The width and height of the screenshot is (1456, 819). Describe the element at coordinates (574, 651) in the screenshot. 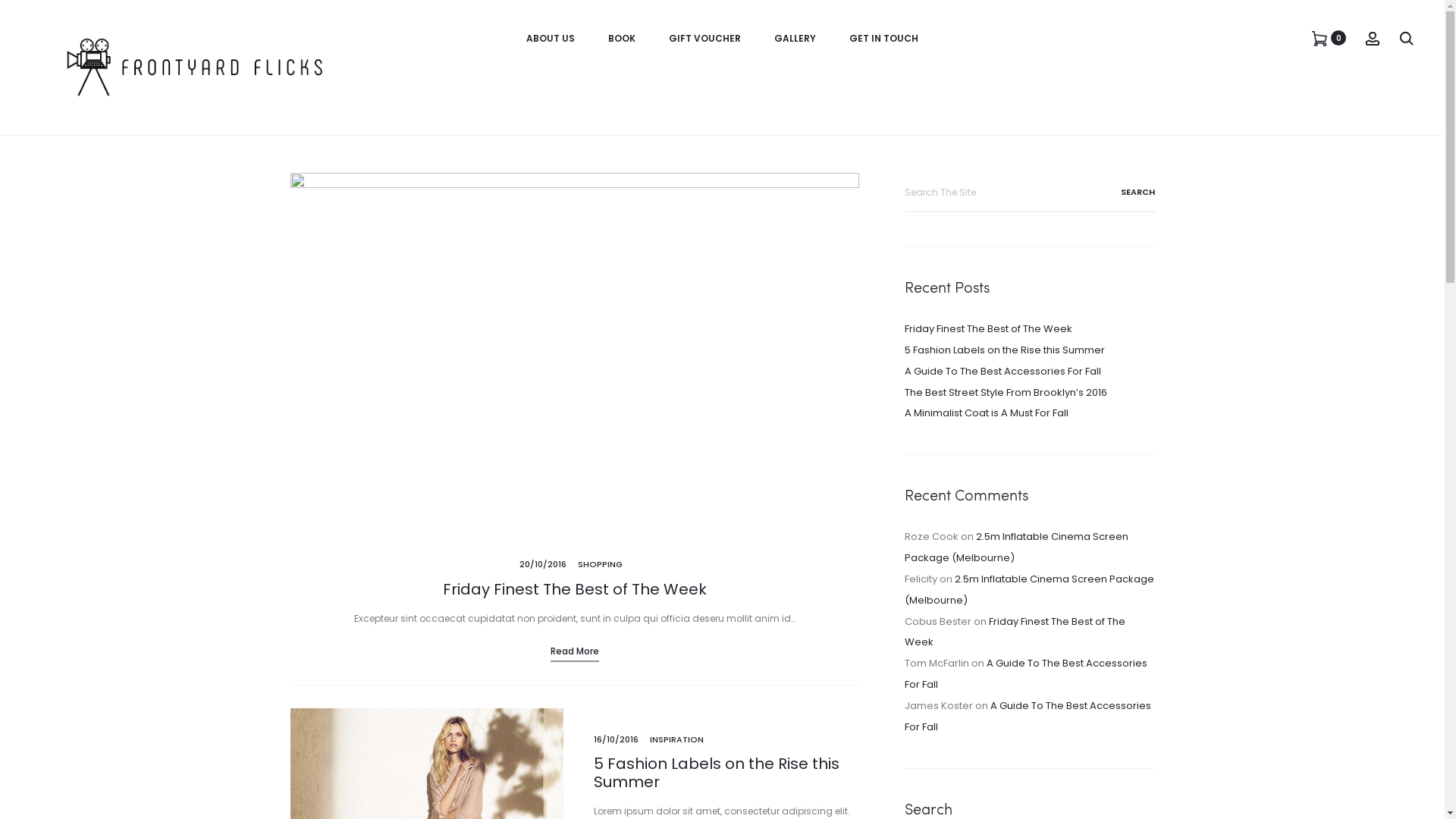

I see `'Read More'` at that location.